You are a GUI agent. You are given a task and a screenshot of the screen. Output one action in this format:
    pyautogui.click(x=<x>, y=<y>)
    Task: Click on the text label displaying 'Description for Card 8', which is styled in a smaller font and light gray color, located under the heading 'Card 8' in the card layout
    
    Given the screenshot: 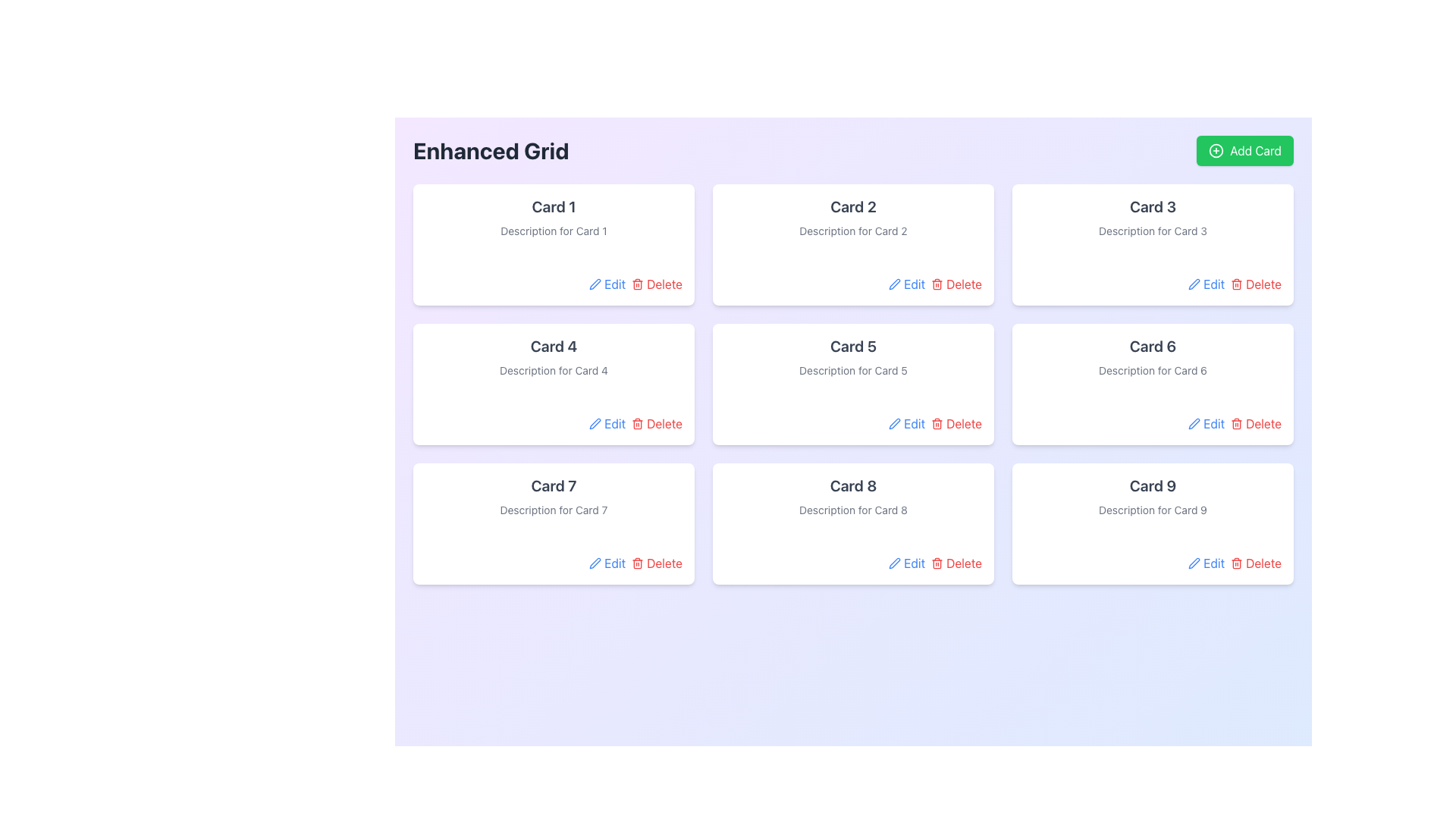 What is the action you would take?
    pyautogui.click(x=853, y=510)
    